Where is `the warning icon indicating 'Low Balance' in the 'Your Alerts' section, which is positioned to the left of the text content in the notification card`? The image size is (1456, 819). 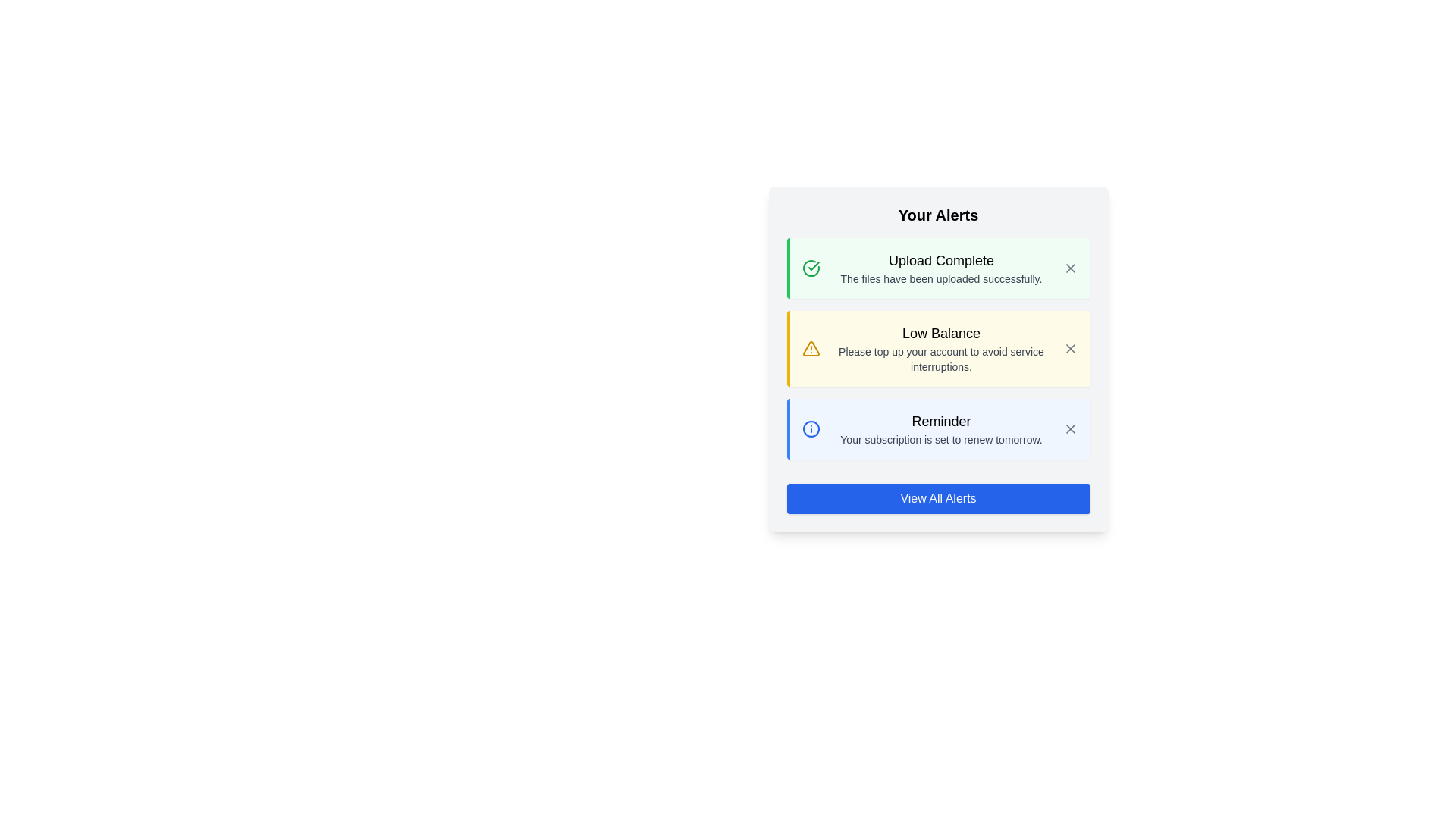 the warning icon indicating 'Low Balance' in the 'Your Alerts' section, which is positioned to the left of the text content in the notification card is located at coordinates (810, 348).